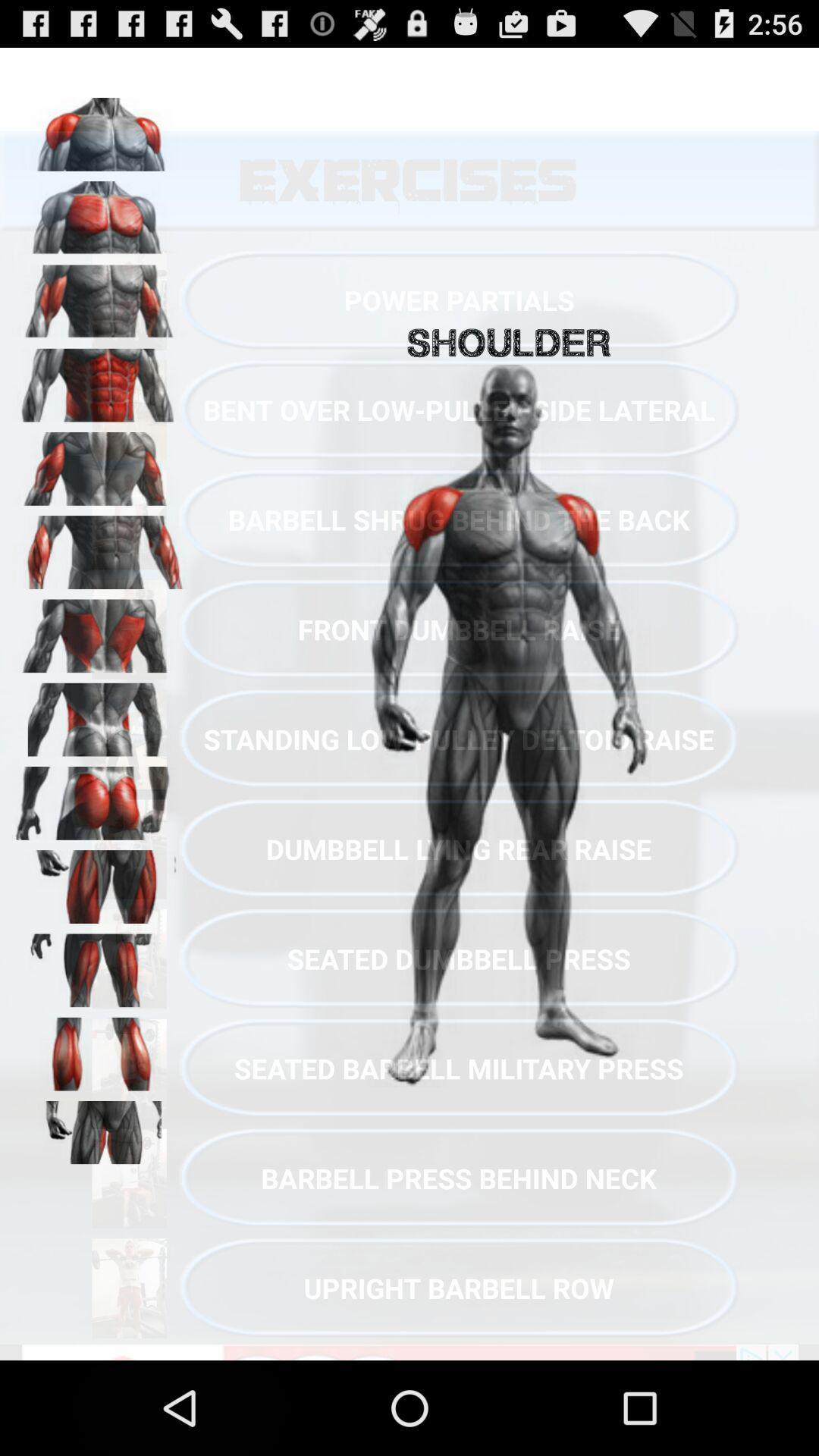 This screenshot has height=1456, width=819. Describe the element at coordinates (99, 297) in the screenshot. I see `see this image` at that location.